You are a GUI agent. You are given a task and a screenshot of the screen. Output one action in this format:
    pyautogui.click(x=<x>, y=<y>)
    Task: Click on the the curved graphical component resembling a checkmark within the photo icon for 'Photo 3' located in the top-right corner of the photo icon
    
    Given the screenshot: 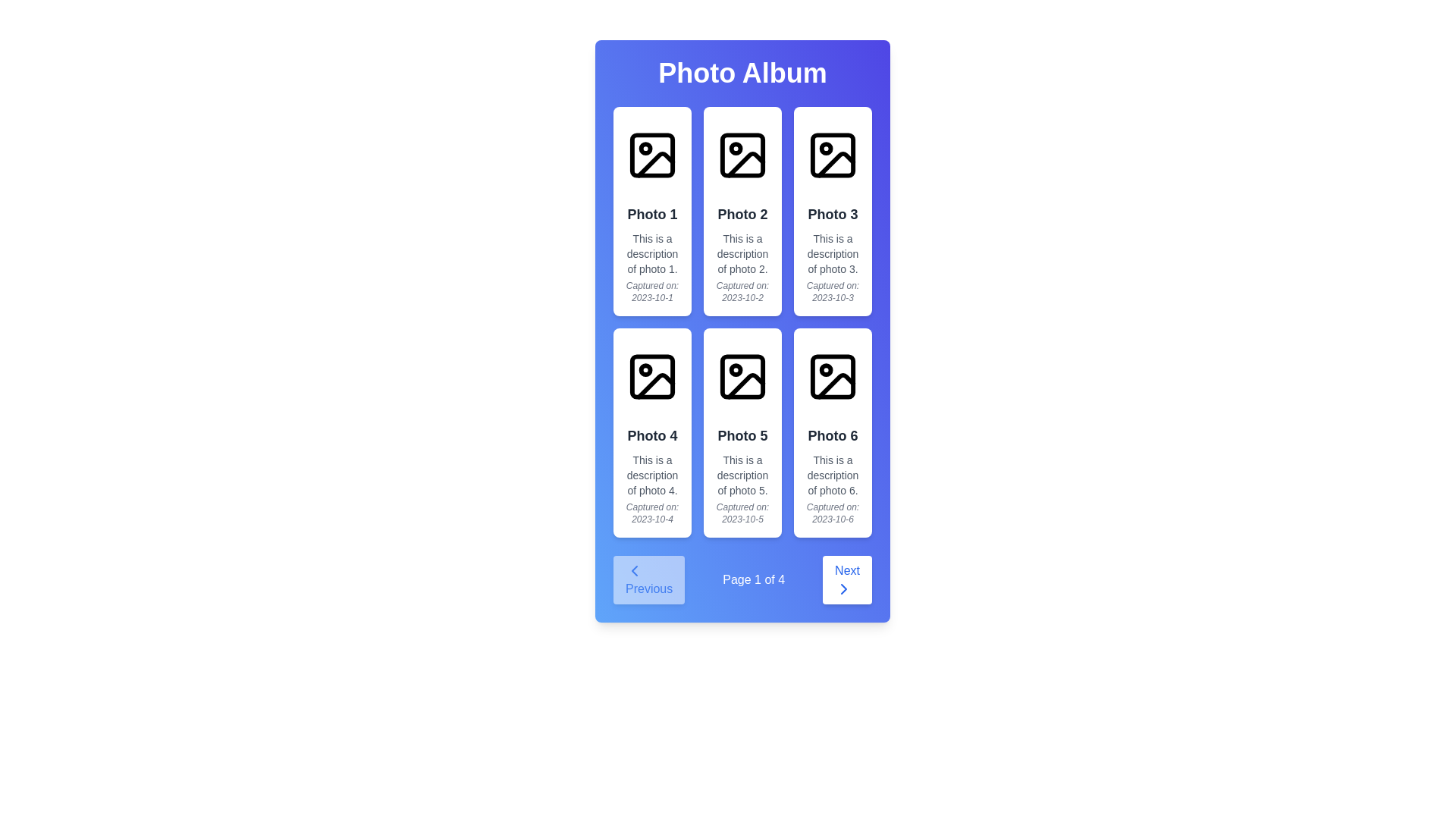 What is the action you would take?
    pyautogui.click(x=835, y=165)
    